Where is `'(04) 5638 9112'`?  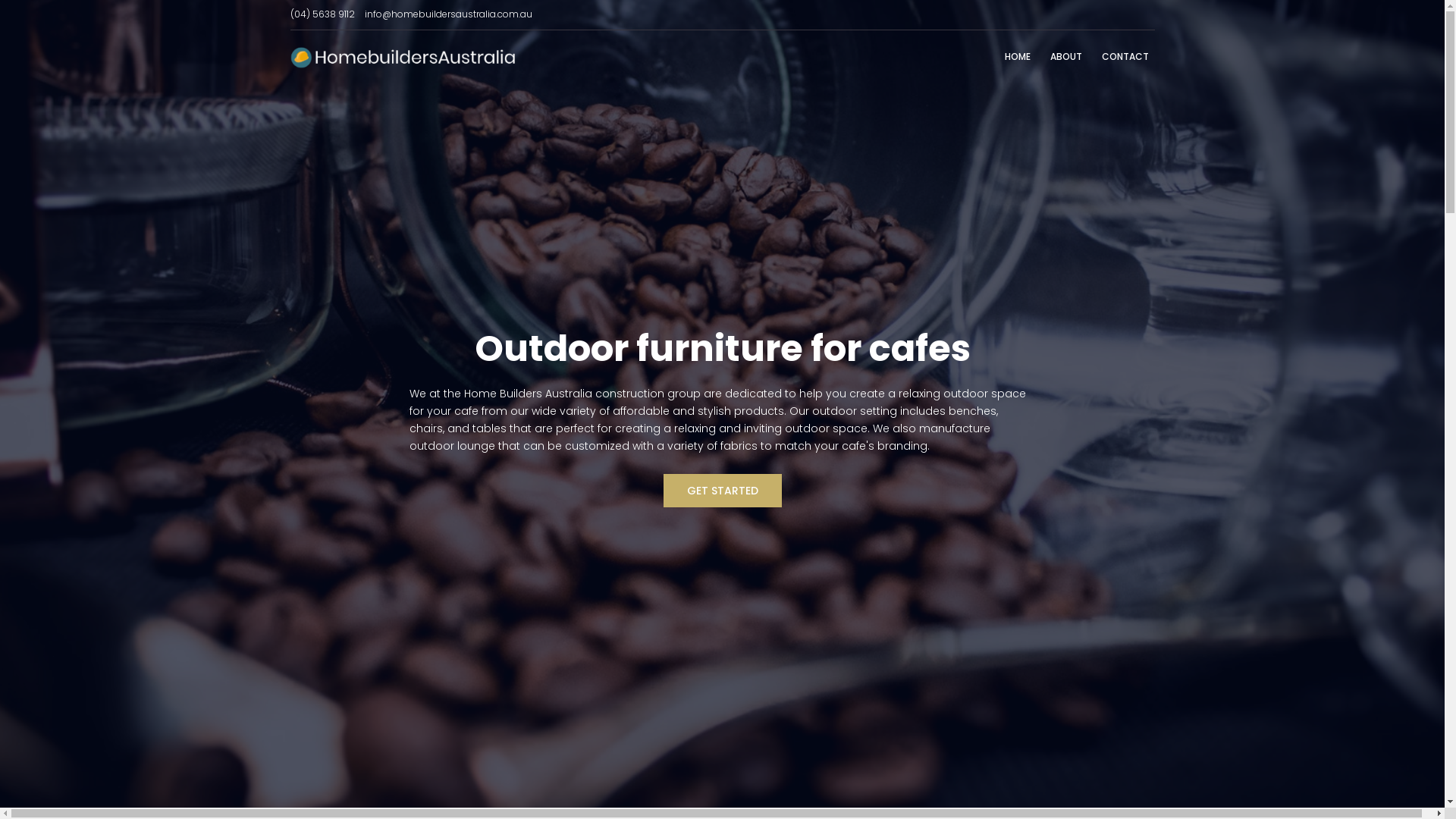 '(04) 5638 9112' is located at coordinates (321, 14).